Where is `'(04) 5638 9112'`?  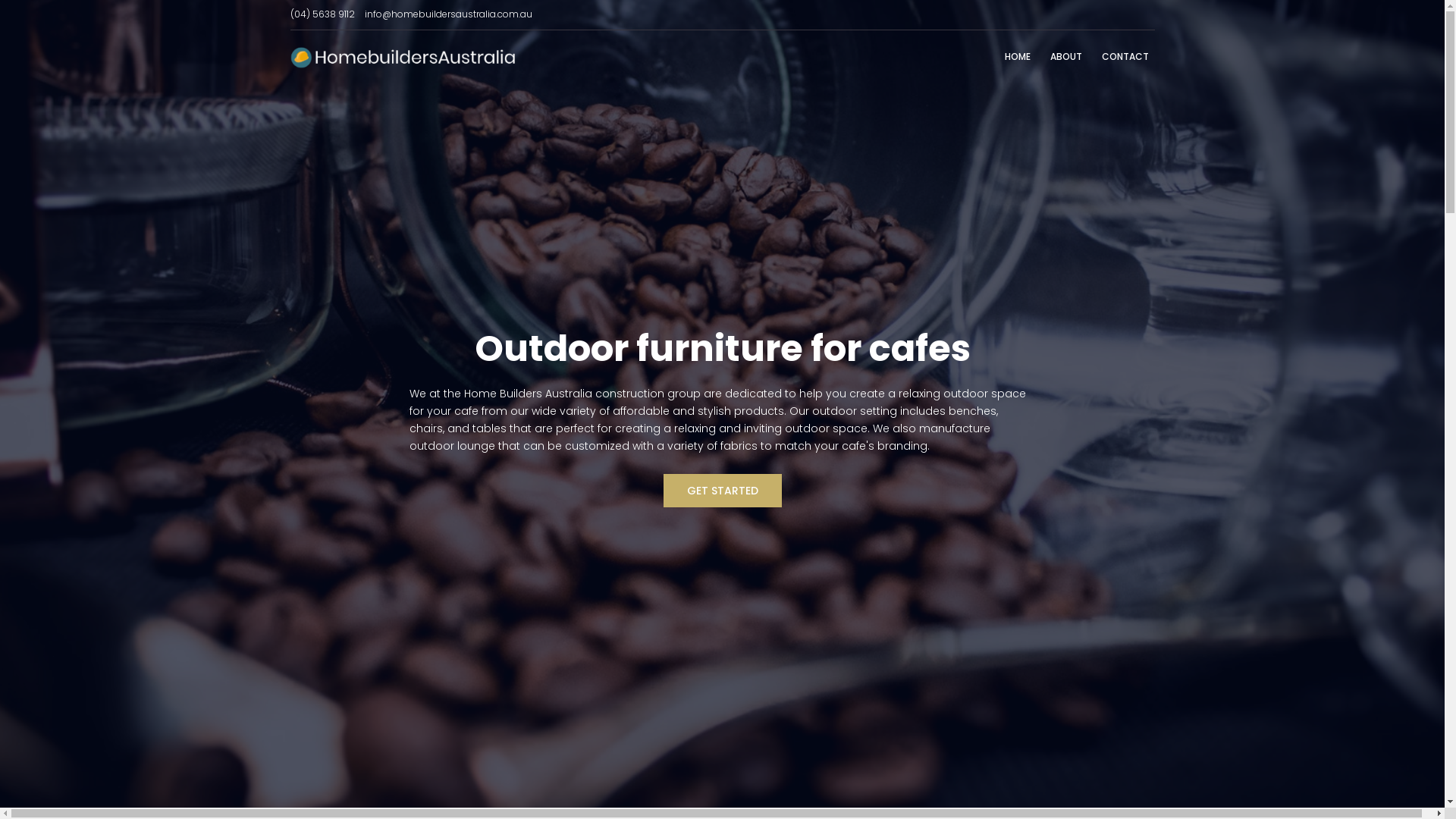 '(04) 5638 9112' is located at coordinates (321, 14).